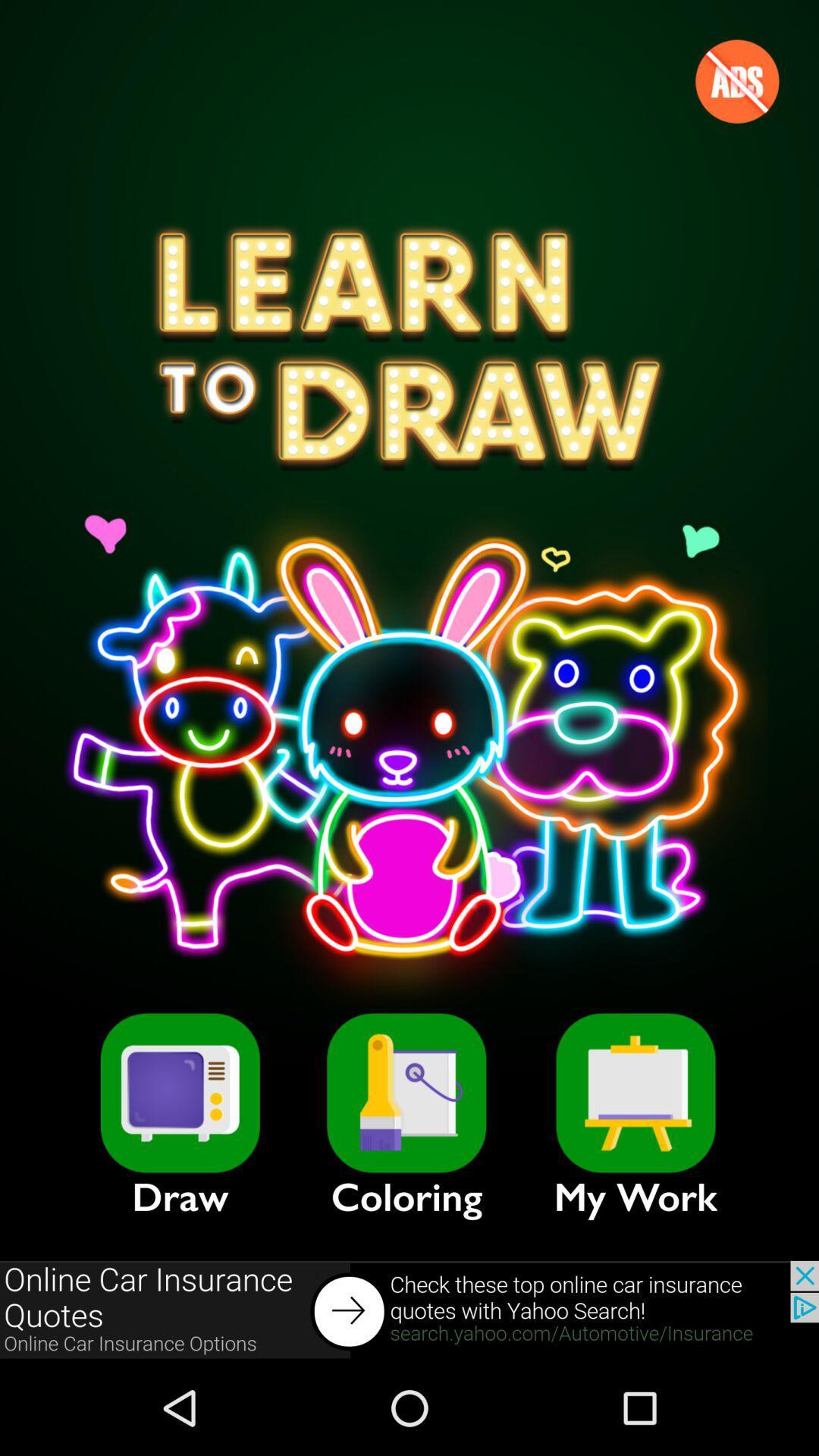 The width and height of the screenshot is (819, 1456). Describe the element at coordinates (406, 1093) in the screenshot. I see `the icon to the left of my work icon` at that location.